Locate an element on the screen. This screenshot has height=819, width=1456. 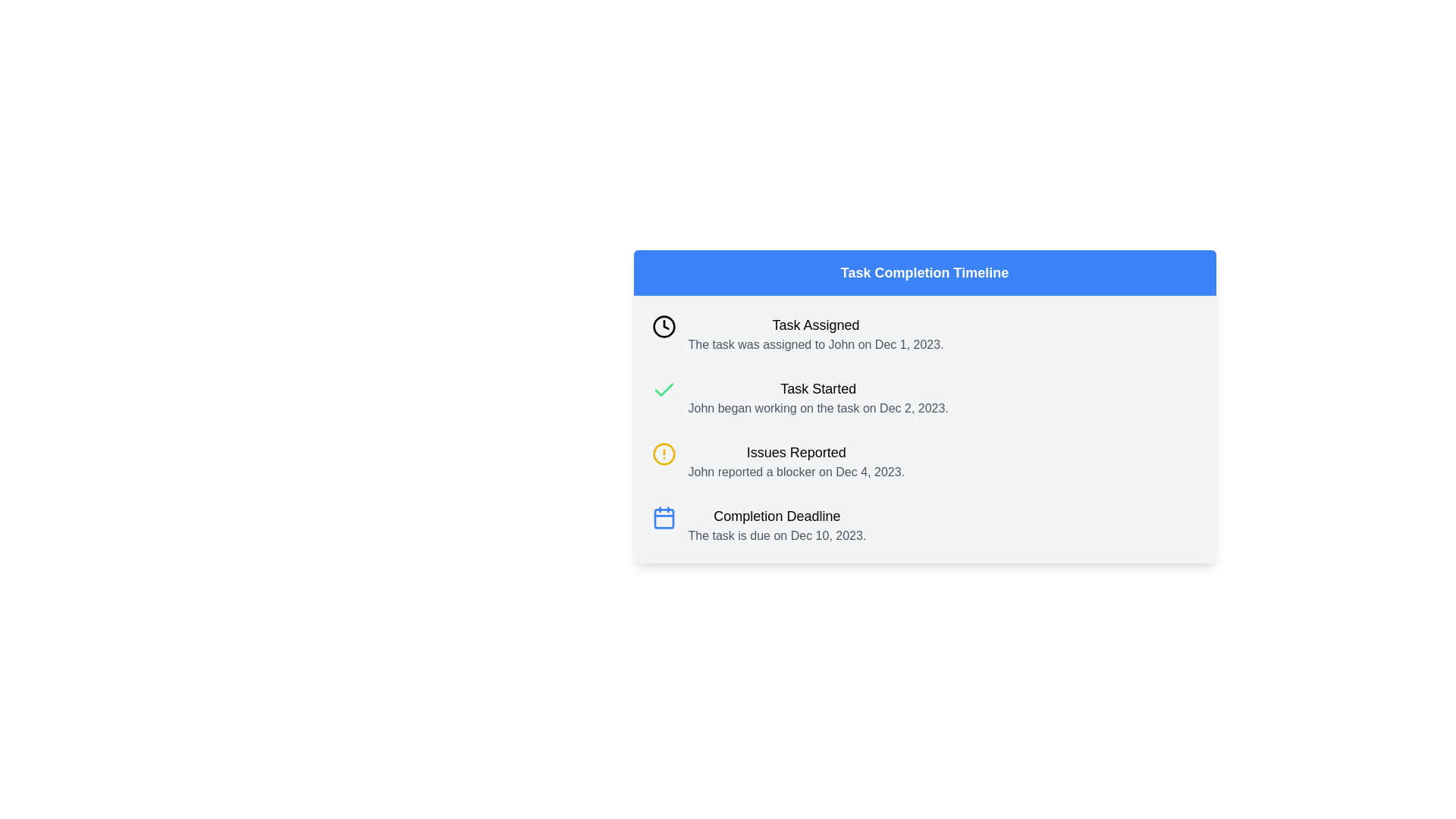
the yellow circular outline icon with an exclamation mark located beside the text 'Issues Reported' in the third row of the 'Task Completion Timeline' is located at coordinates (664, 453).